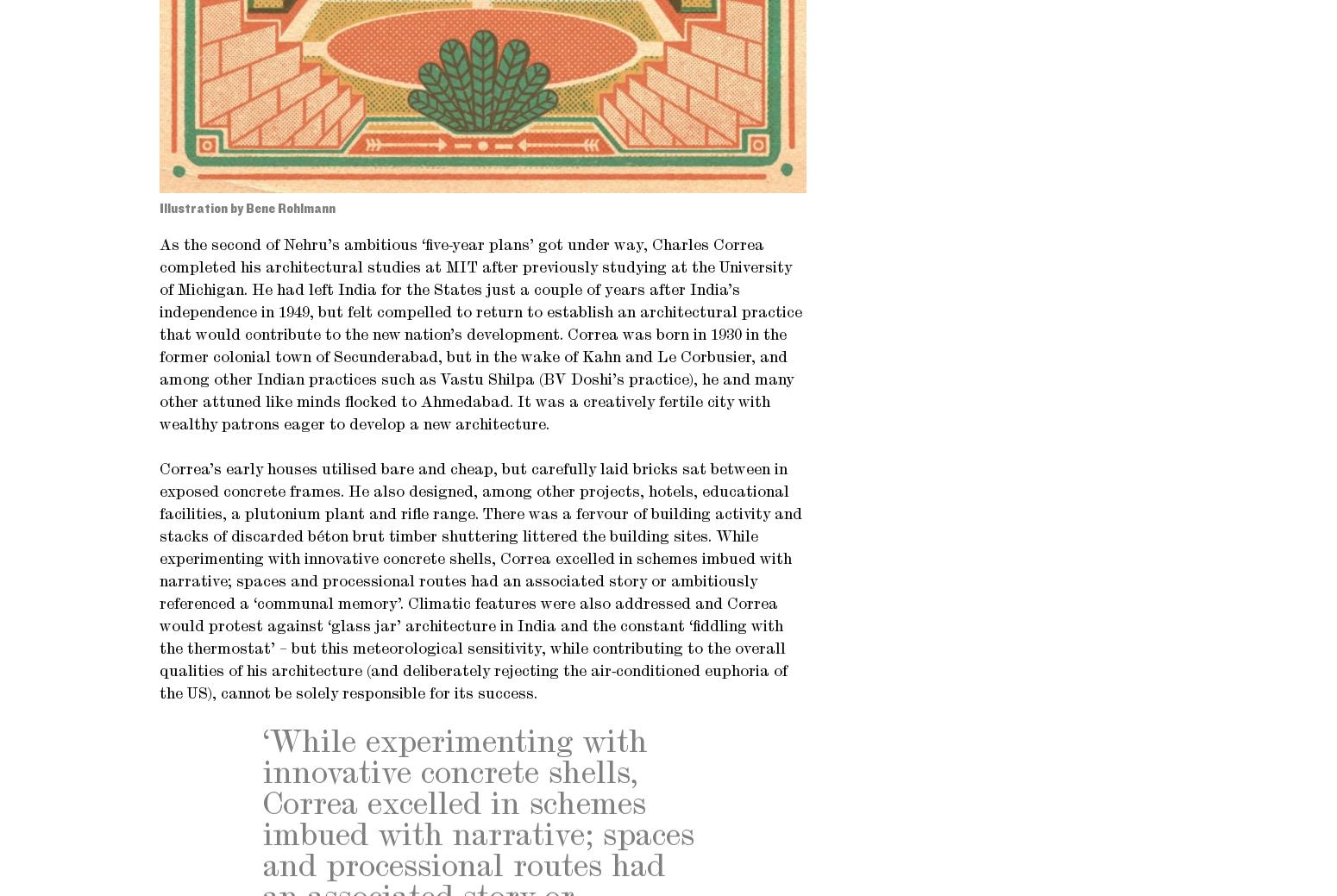 This screenshot has height=896, width=1337. I want to click on 'FAQ', so click(945, 110).